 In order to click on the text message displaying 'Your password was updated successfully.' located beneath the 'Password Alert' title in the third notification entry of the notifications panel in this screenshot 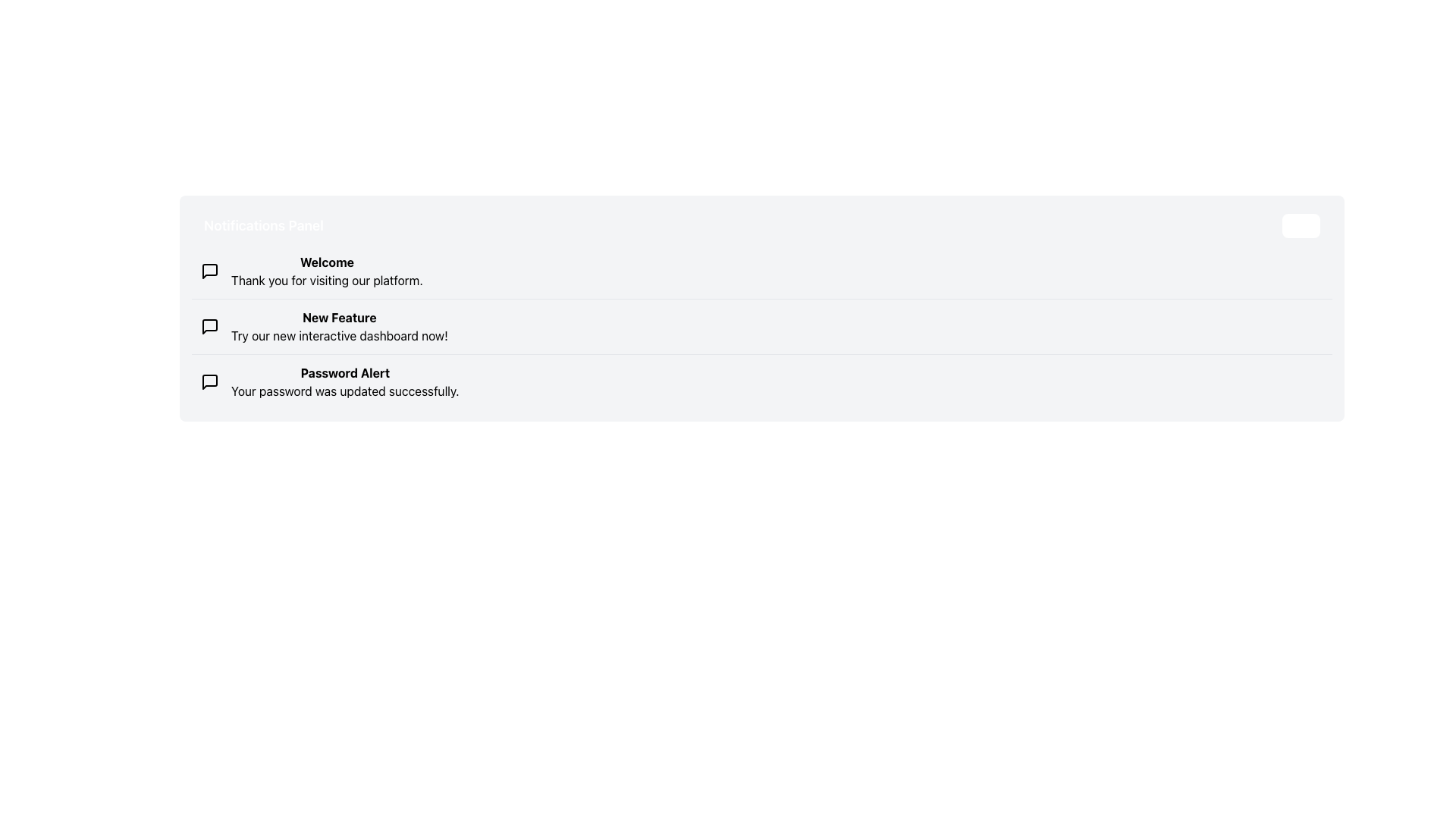, I will do `click(344, 391)`.